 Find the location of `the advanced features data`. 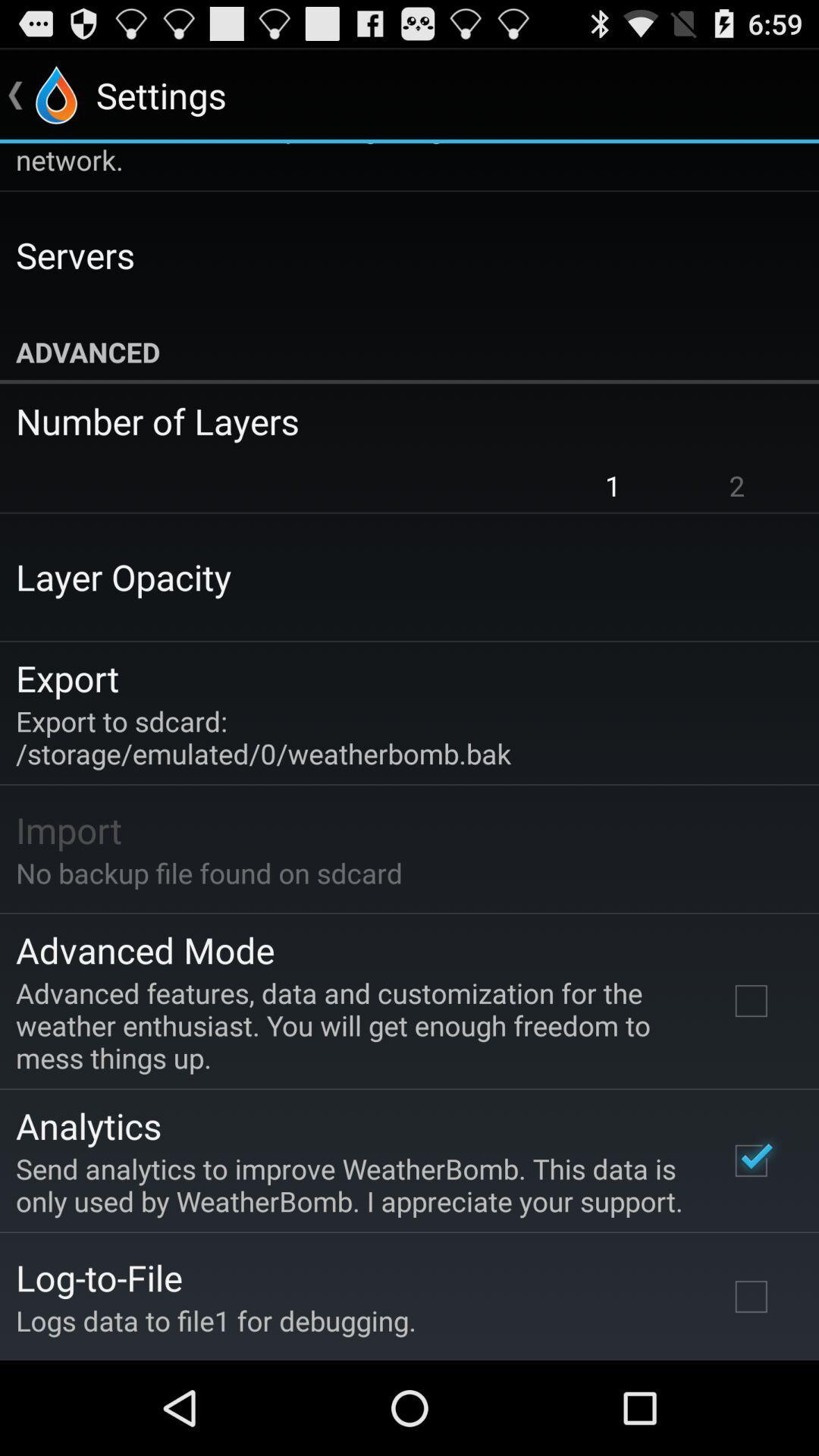

the advanced features data is located at coordinates (351, 1025).